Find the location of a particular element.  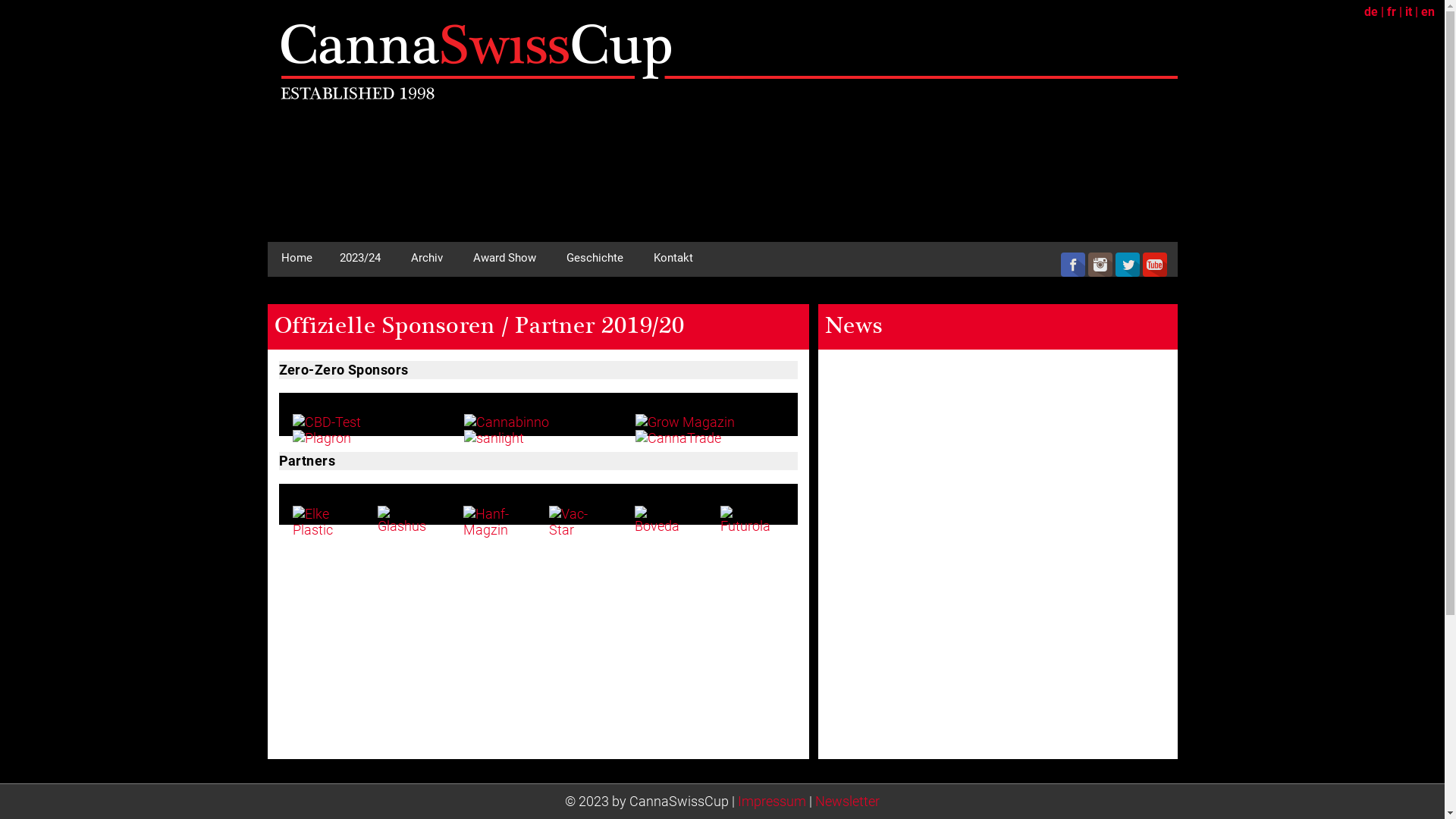

'Geschichte' is located at coordinates (593, 256).